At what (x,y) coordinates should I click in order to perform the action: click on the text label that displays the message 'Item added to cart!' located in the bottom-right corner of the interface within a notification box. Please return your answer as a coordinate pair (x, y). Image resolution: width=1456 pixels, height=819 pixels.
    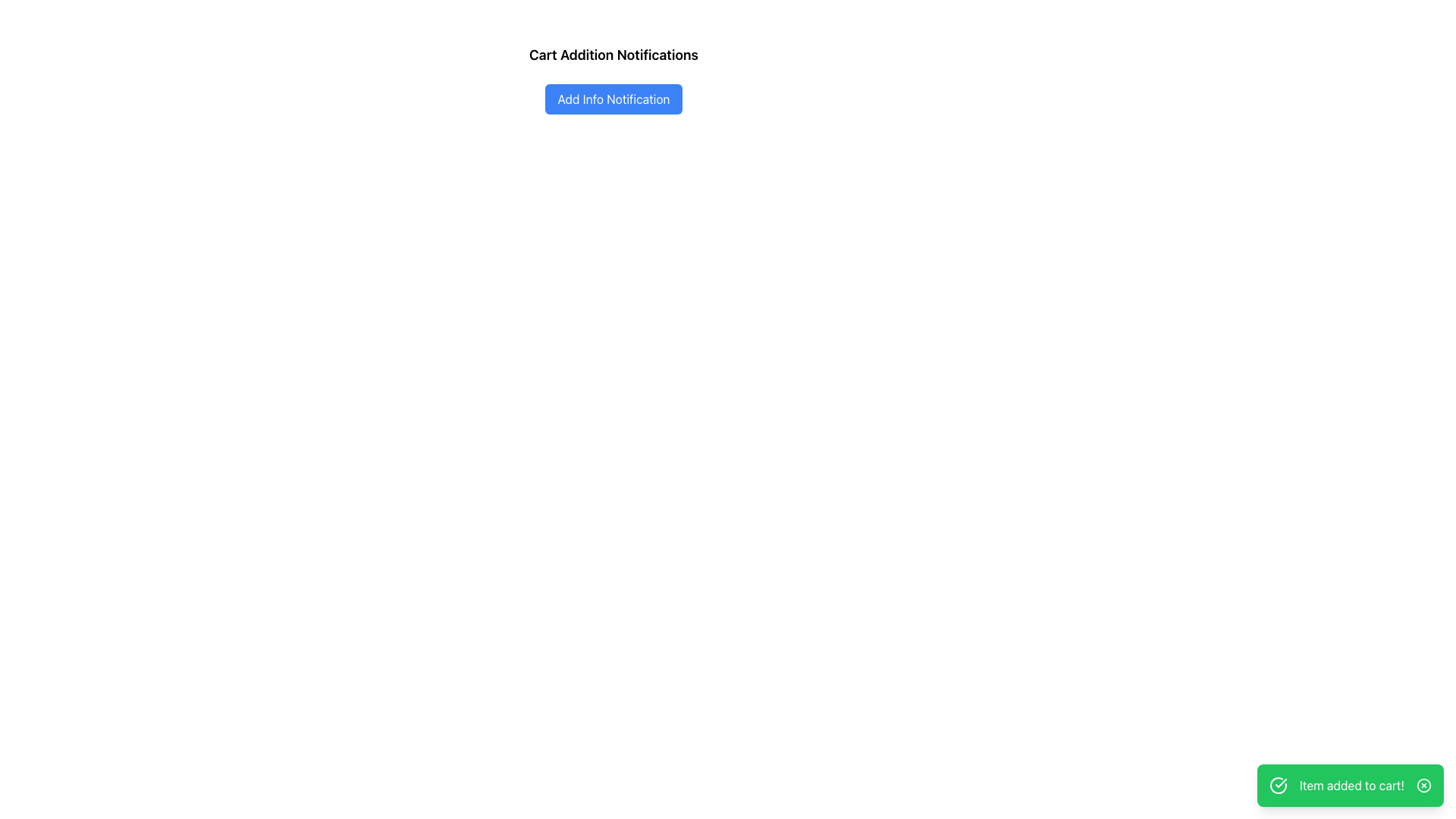
    Looking at the image, I should click on (1351, 785).